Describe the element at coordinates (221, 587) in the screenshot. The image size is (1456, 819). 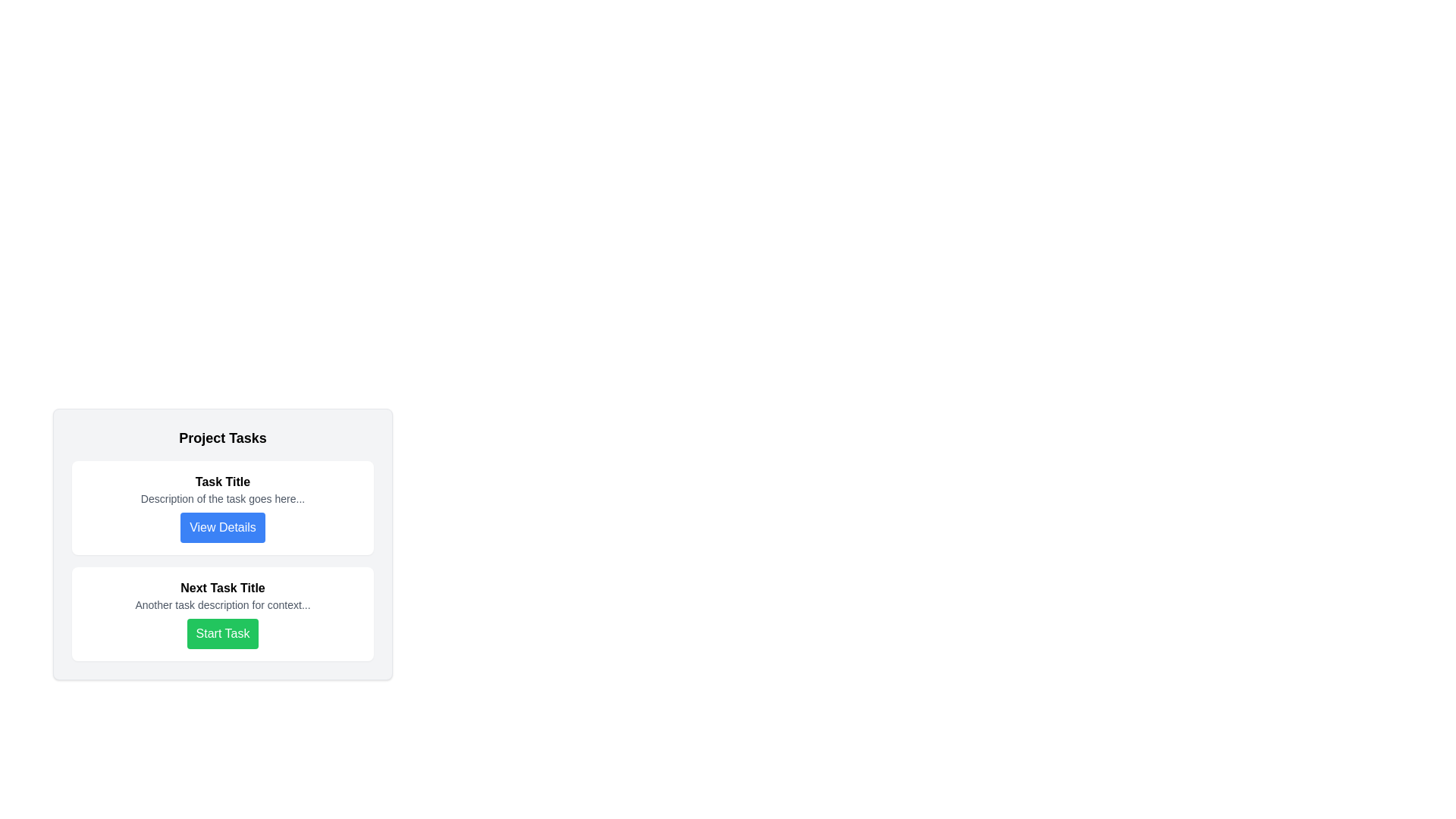
I see `the static text element that reads 'Next Task Title', which is a bold heading located within a task card` at that location.